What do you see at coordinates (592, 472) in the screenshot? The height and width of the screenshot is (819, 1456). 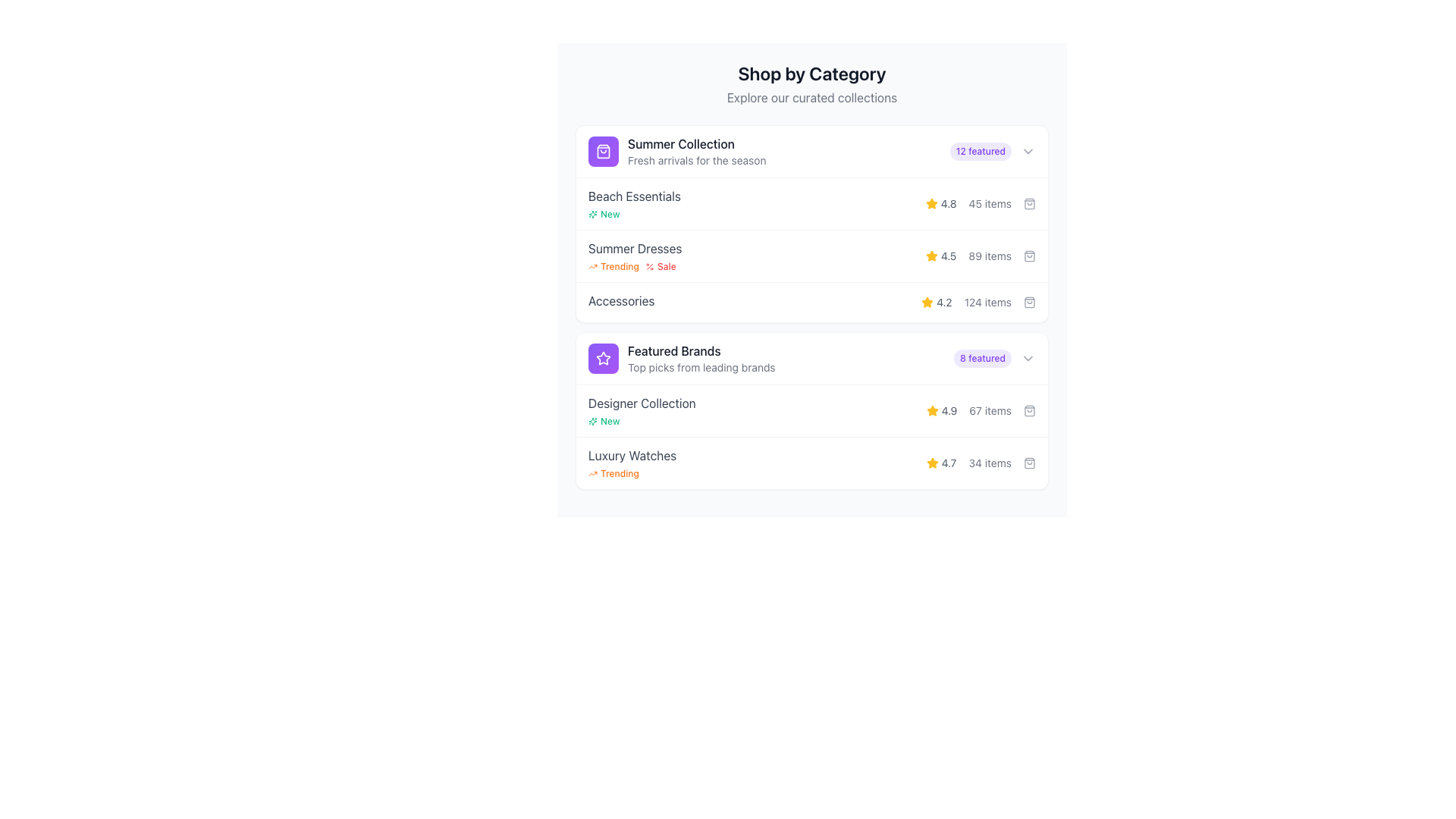 I see `the upward-trending arrow icon located to the left of the 'Trending' label, which is part of a group of orange-themed elements` at bounding box center [592, 472].